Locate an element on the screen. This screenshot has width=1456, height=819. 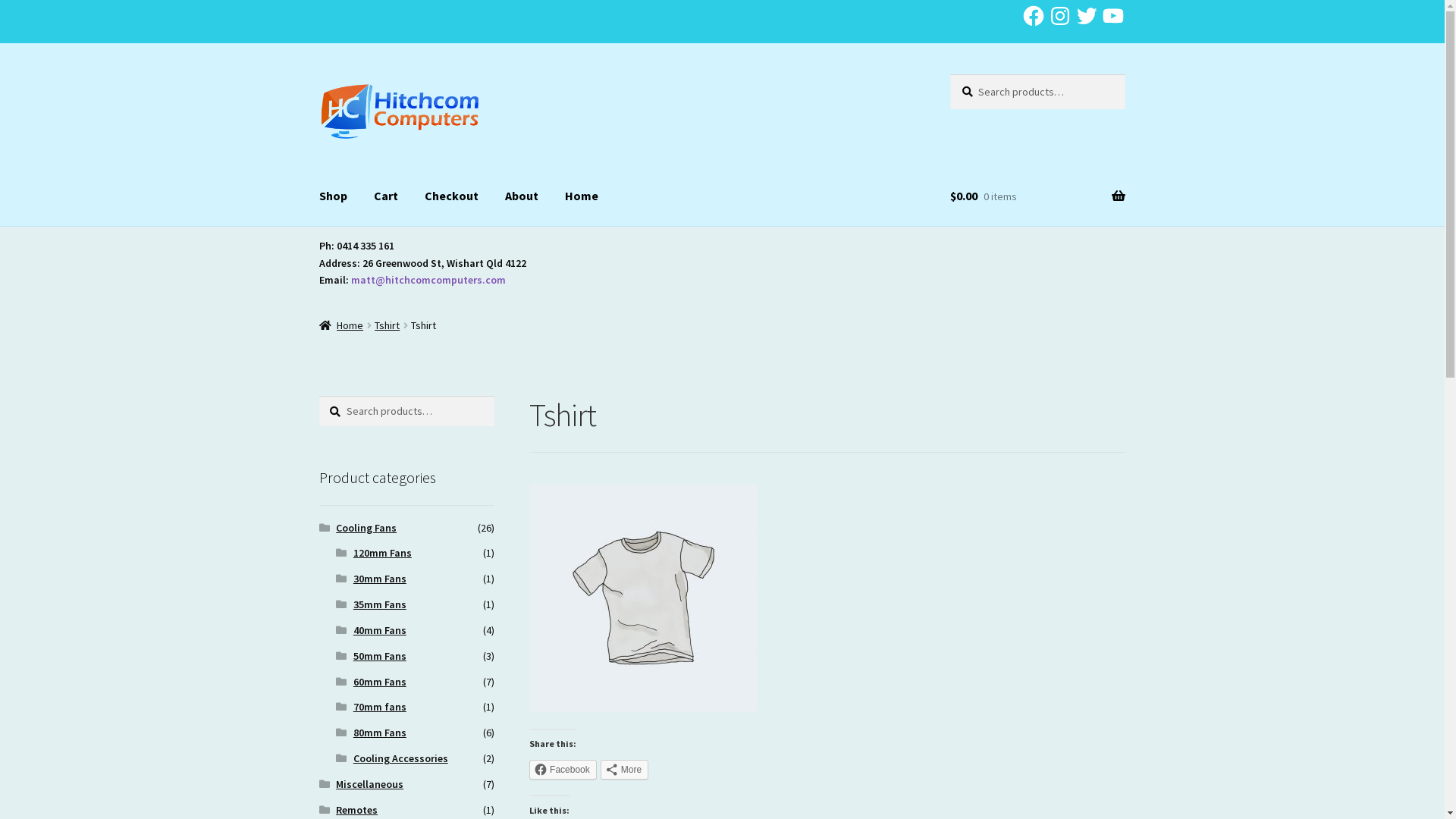
'30mm Fans' is located at coordinates (379, 579).